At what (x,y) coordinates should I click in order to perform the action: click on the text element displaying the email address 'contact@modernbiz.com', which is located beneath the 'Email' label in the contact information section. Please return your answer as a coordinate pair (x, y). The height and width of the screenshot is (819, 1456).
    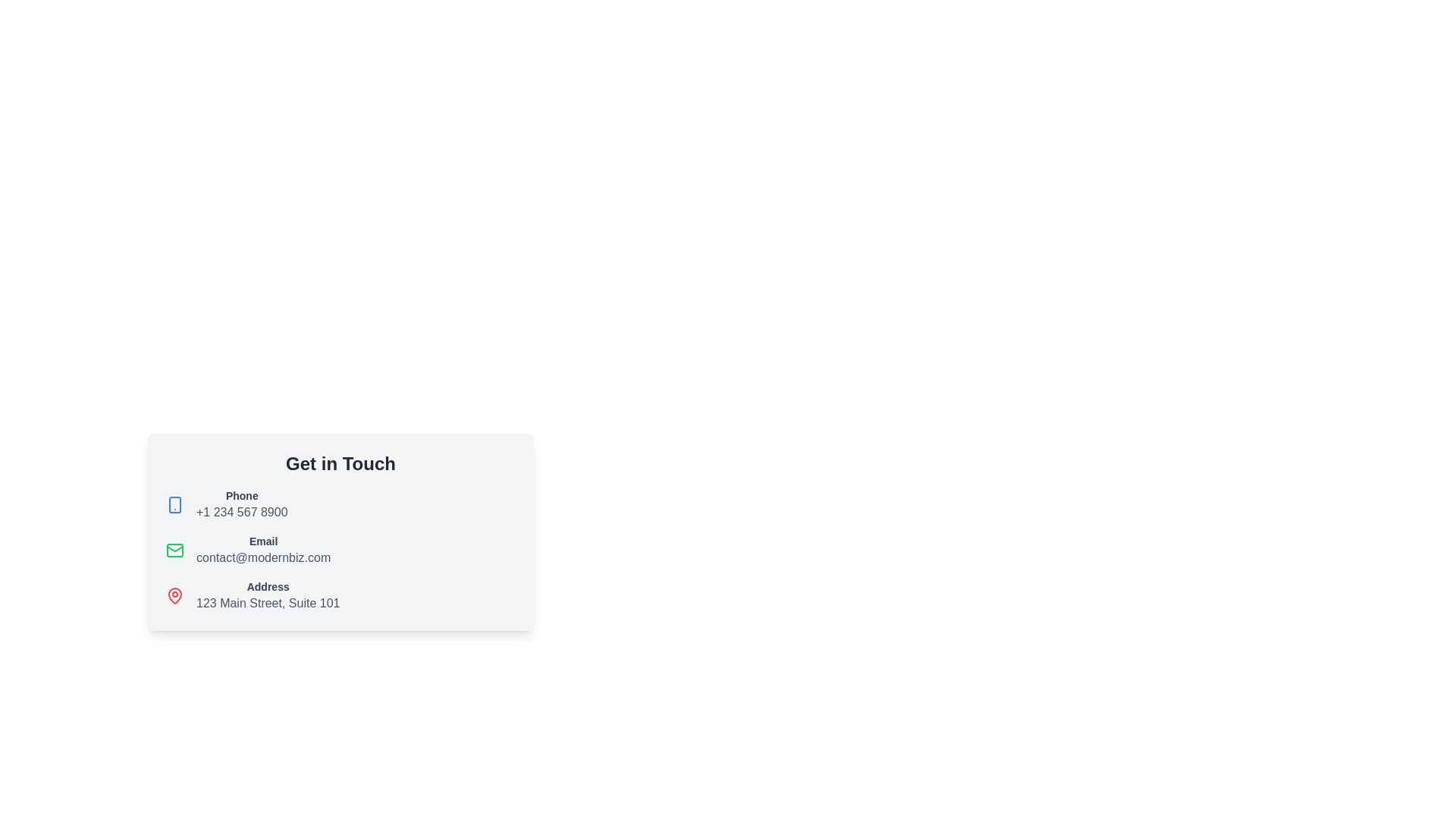
    Looking at the image, I should click on (263, 558).